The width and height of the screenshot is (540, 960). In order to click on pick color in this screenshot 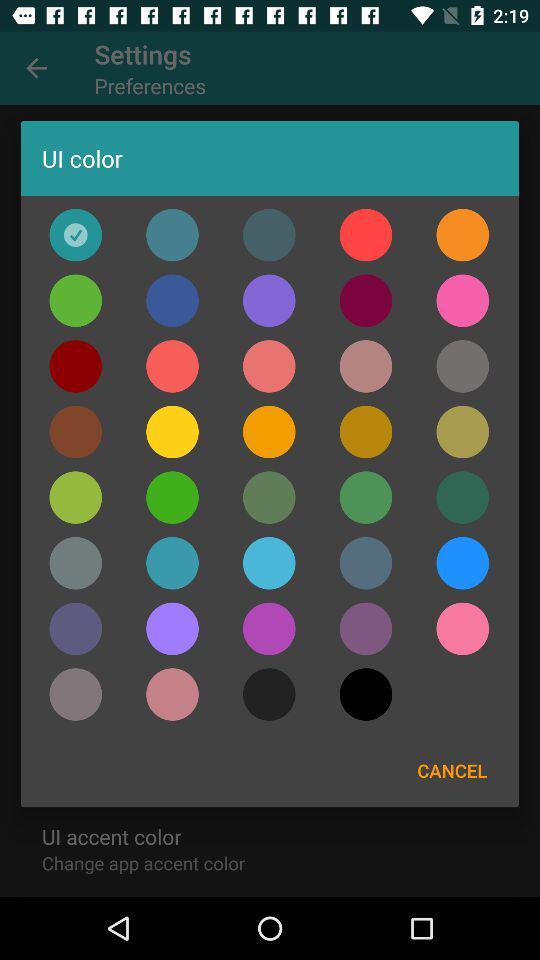, I will do `click(269, 432)`.